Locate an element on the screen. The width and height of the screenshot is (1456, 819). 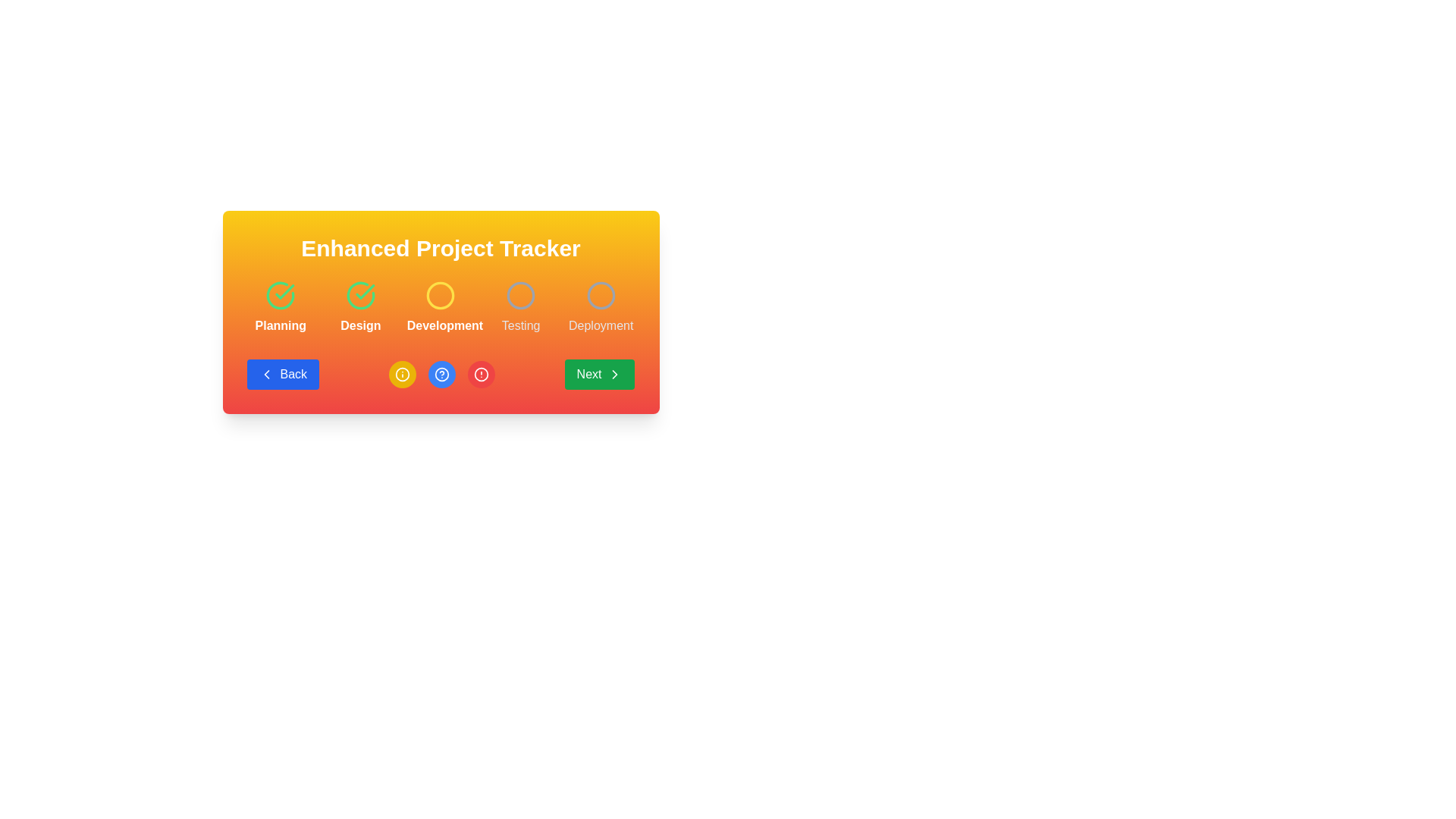
the middle circular button with a blue background and an information symbol is located at coordinates (440, 374).